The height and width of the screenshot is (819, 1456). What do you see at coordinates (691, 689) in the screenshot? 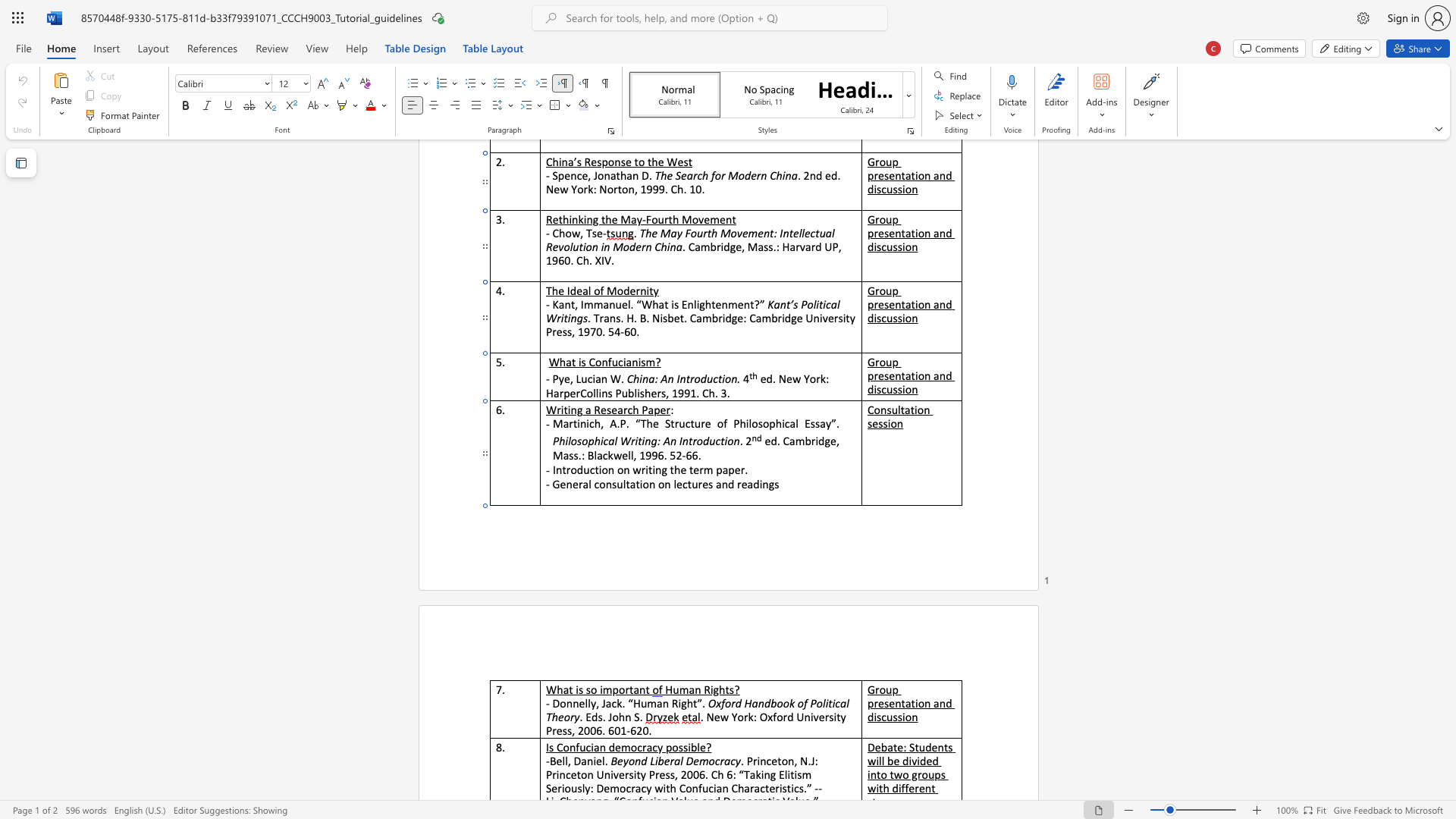
I see `the 1th character "a" in the text` at bounding box center [691, 689].